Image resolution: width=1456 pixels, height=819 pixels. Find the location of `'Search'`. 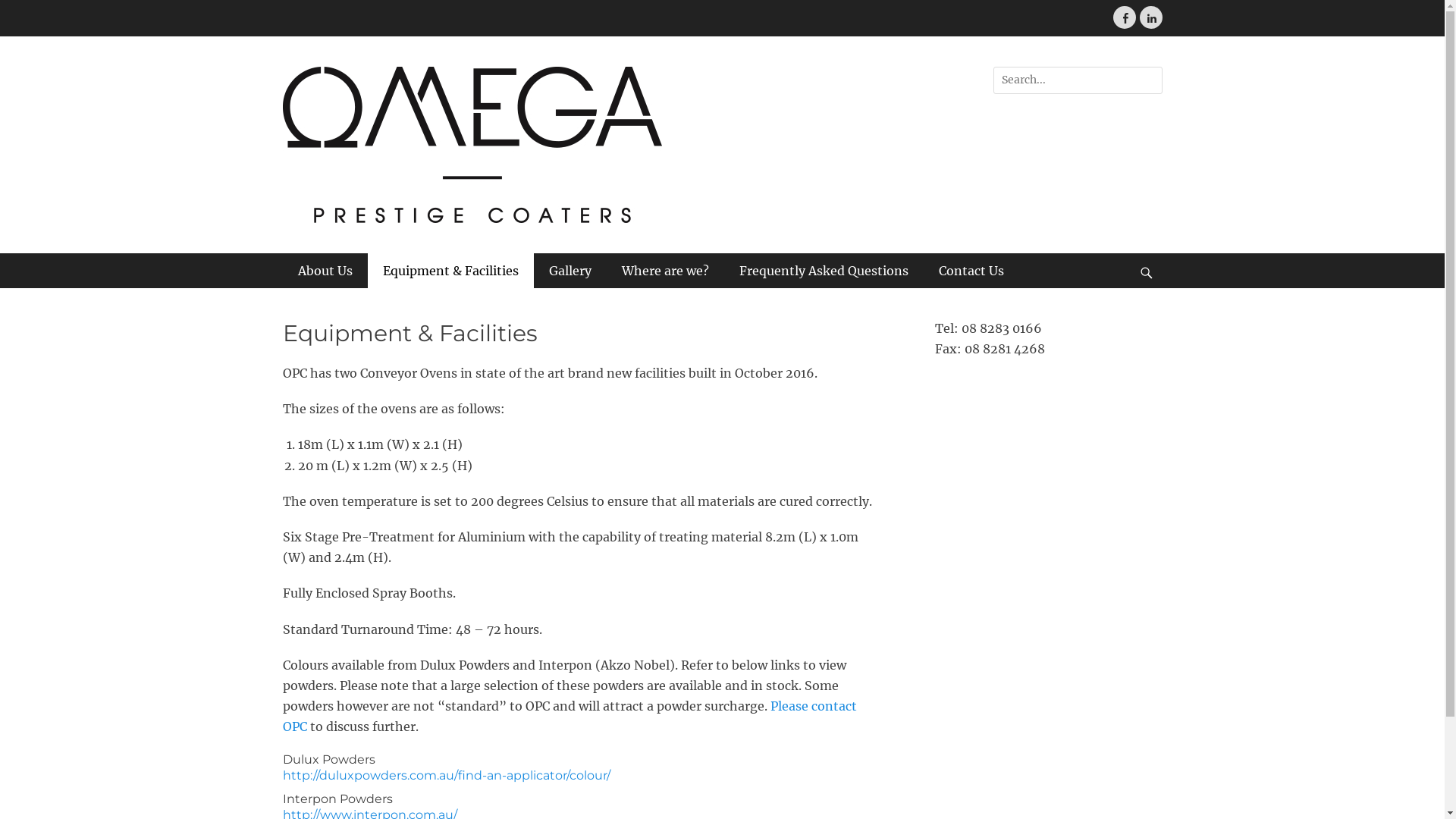

'Search' is located at coordinates (1153, 252).